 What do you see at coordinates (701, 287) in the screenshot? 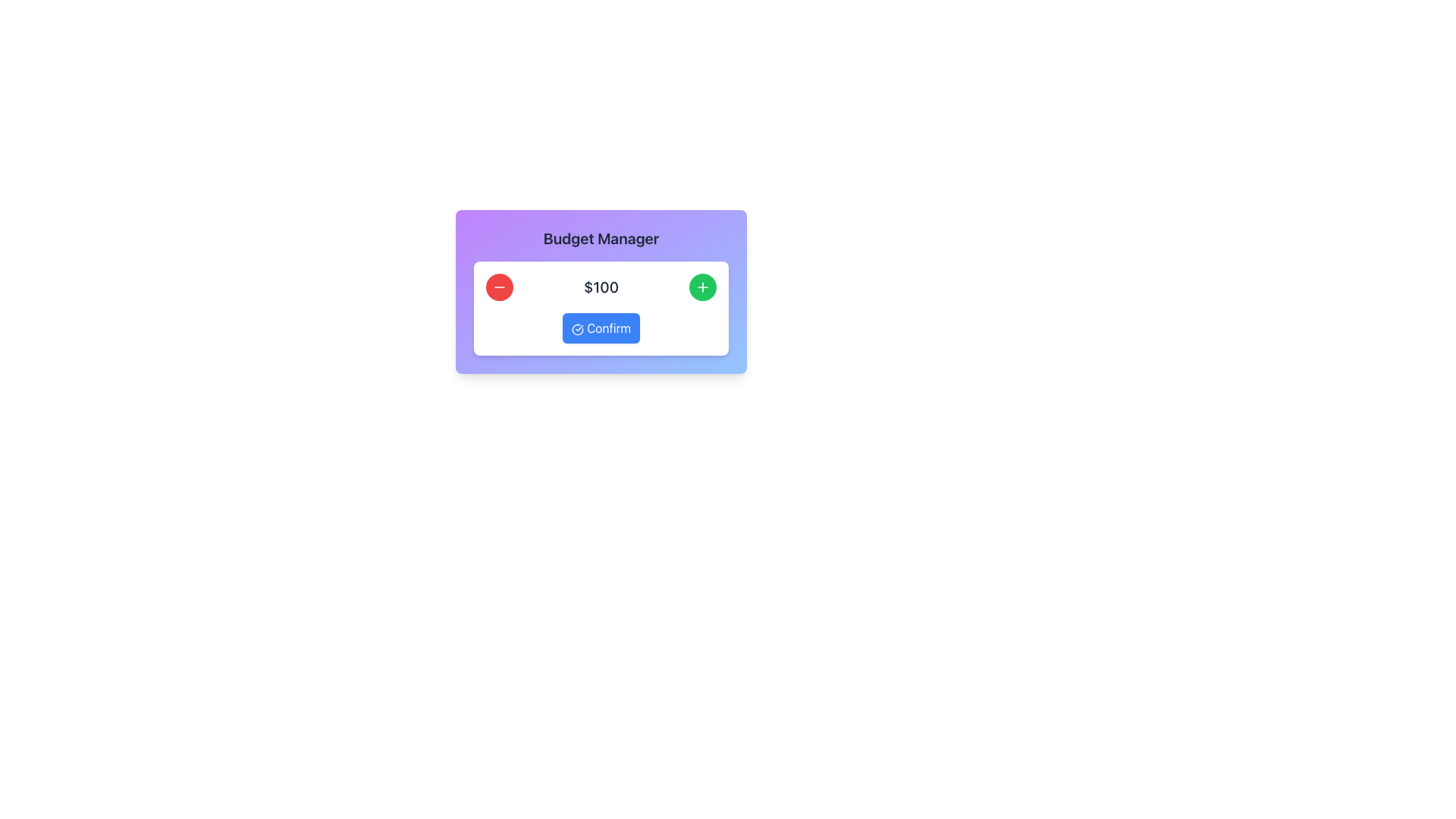
I see `the increment button located to the right of the '$100' text element` at bounding box center [701, 287].